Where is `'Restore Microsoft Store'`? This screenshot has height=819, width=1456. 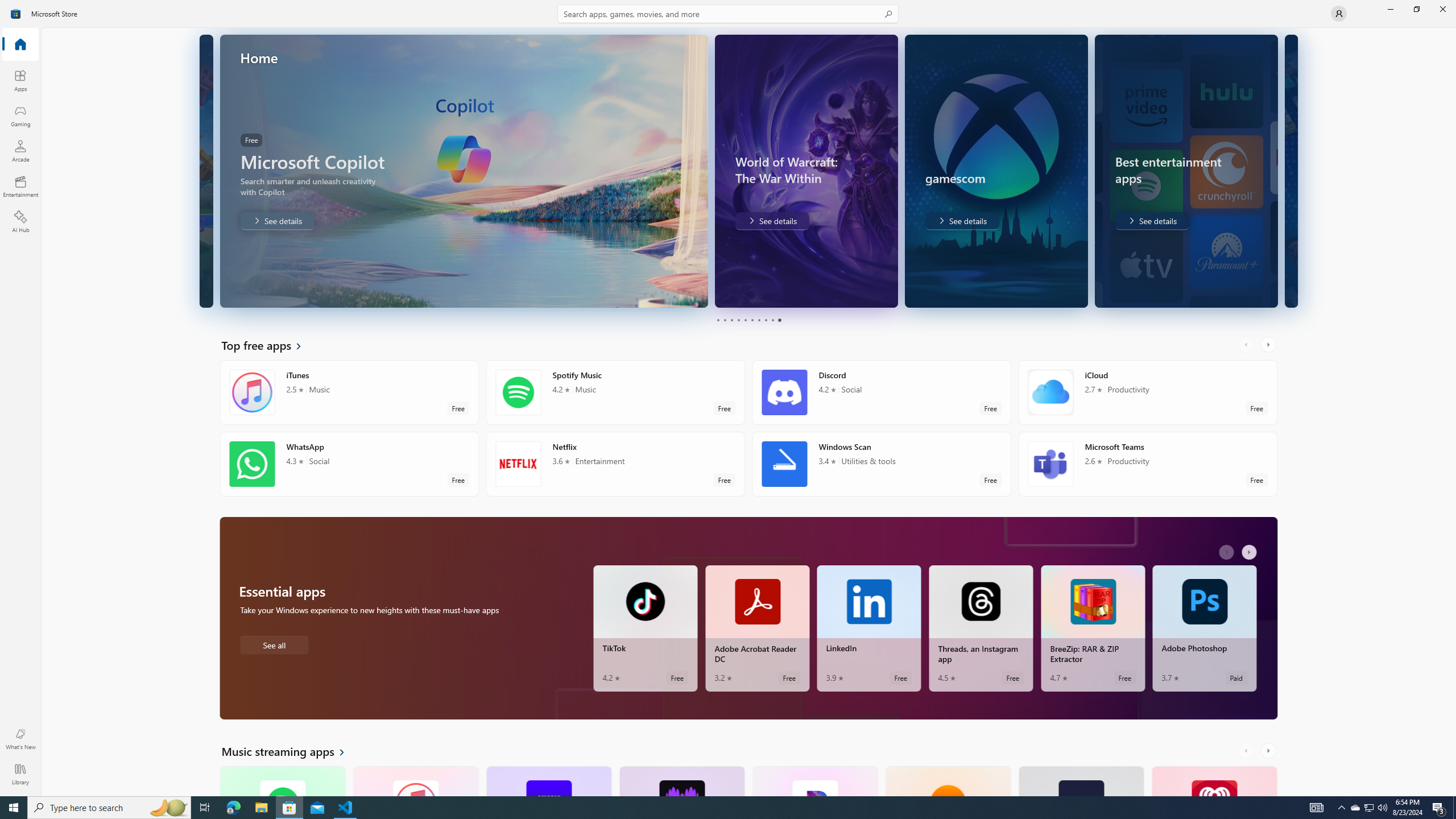
'Restore Microsoft Store' is located at coordinates (1416, 9).